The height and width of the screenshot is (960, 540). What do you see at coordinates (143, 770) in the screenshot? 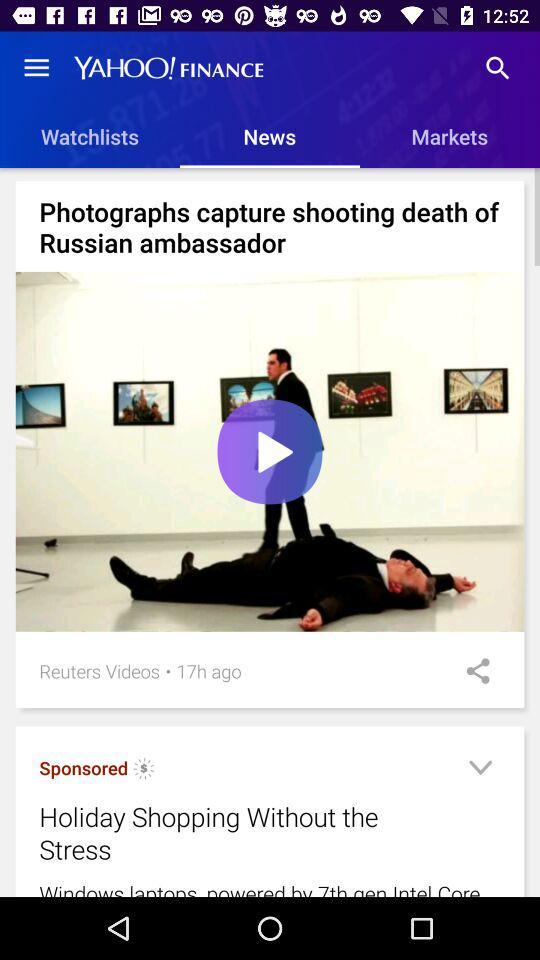
I see `the item to the right of sponsored item` at bounding box center [143, 770].